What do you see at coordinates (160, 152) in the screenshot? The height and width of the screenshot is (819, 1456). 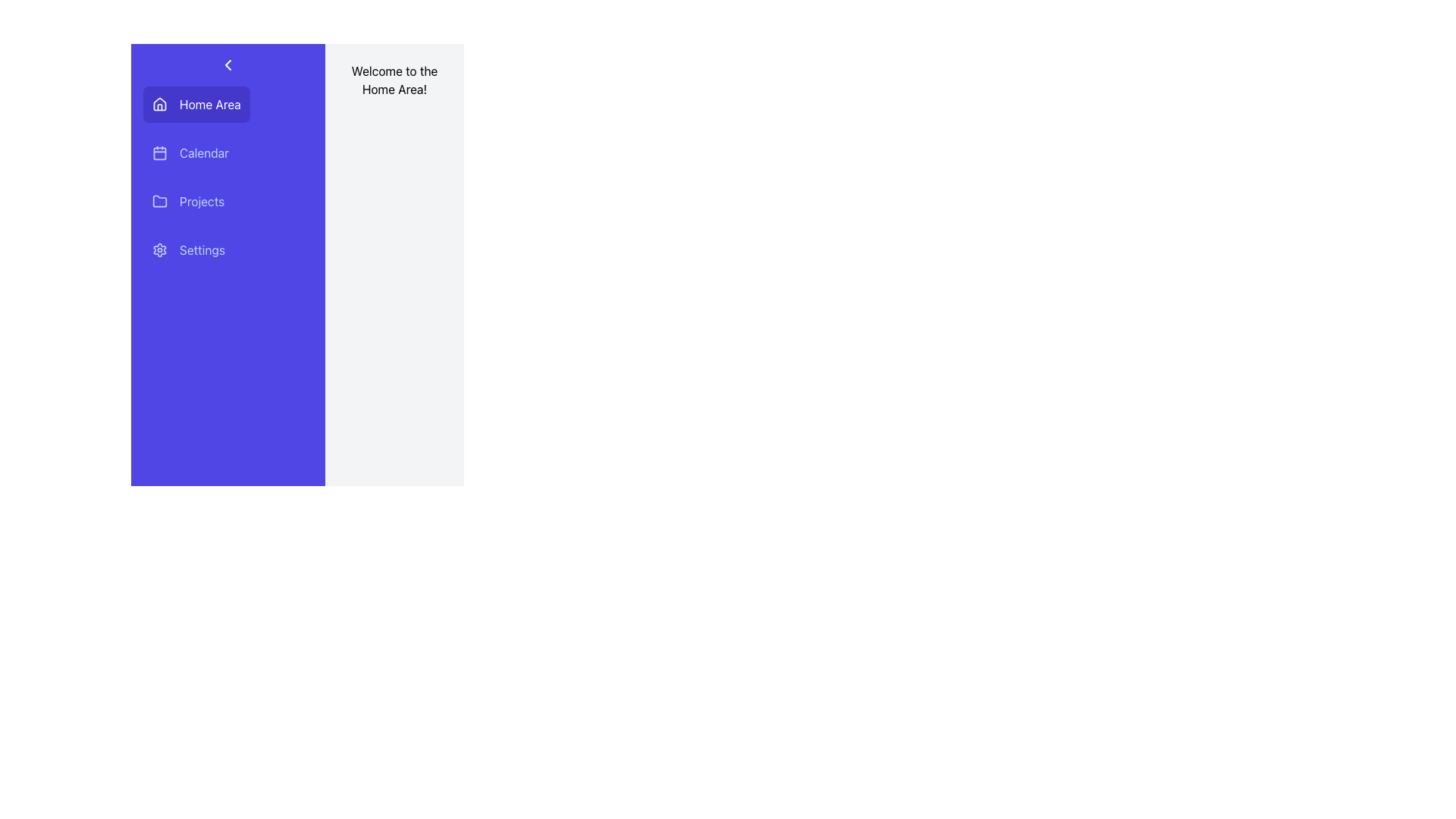 I see `the calendar icon, which is a square with rounded corners and two vertical lines at the top, located in the sidebar menu next to the 'Calendar' text` at bounding box center [160, 152].